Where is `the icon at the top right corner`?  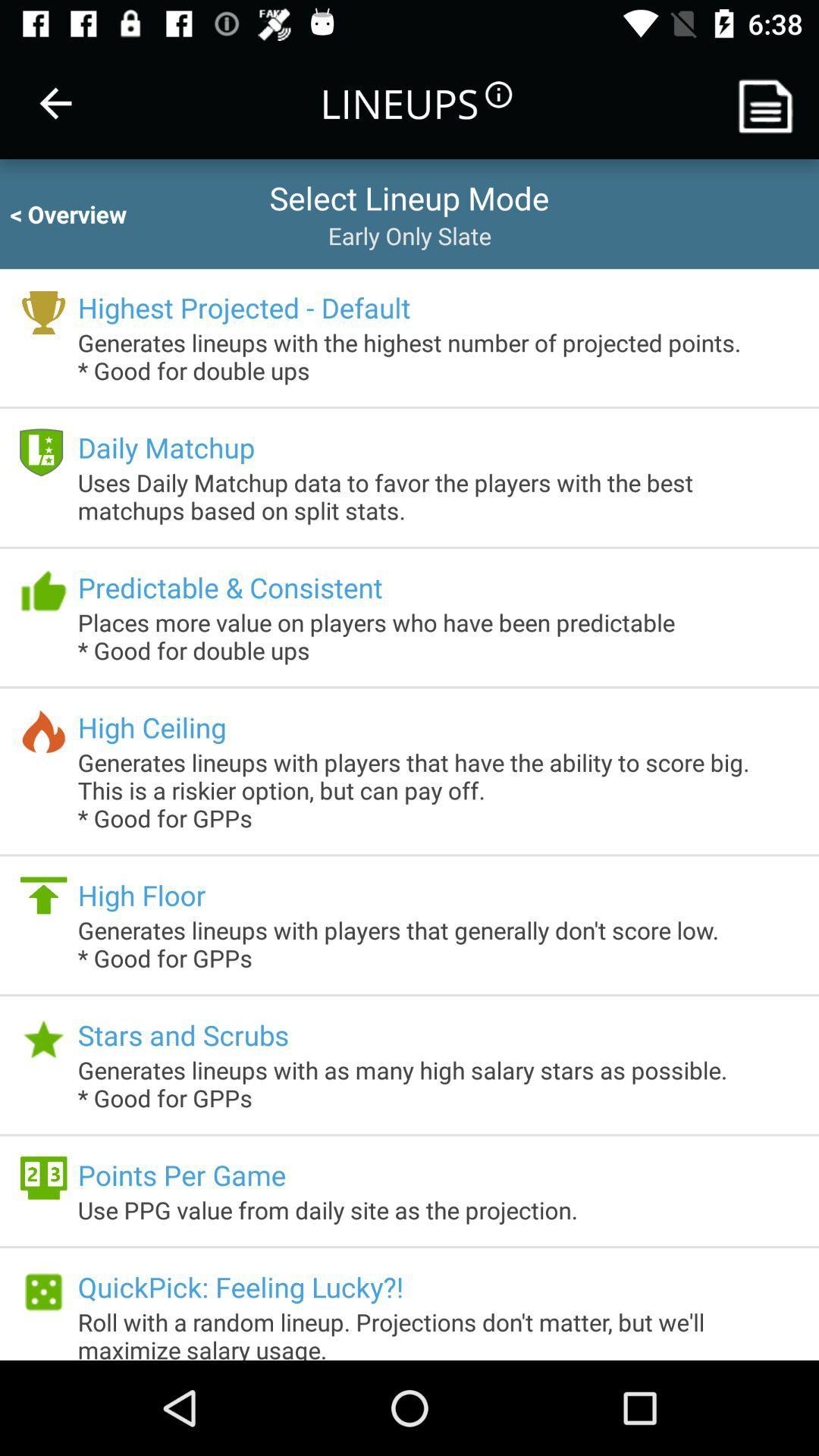
the icon at the top right corner is located at coordinates (771, 102).